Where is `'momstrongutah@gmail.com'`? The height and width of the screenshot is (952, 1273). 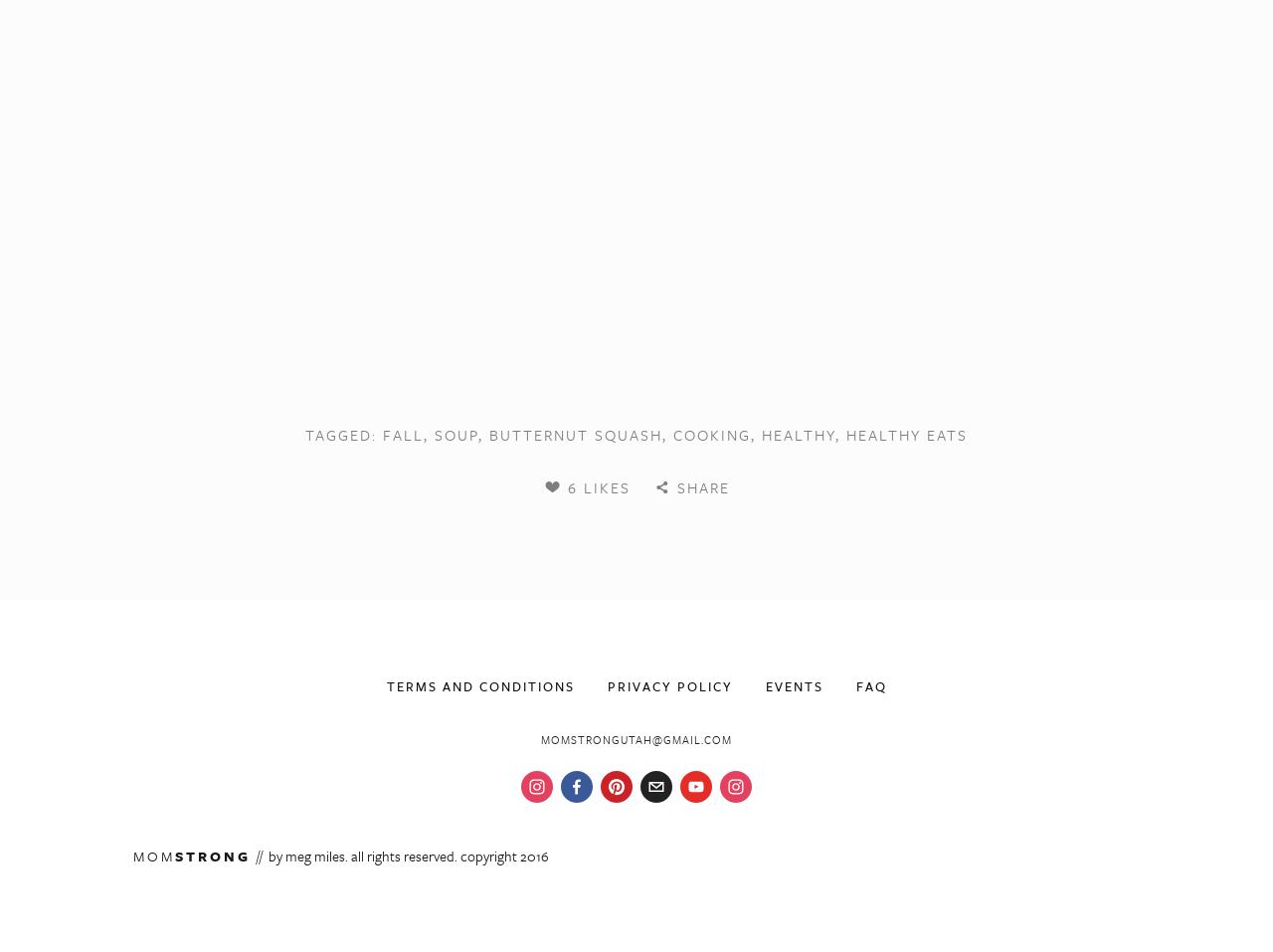 'momstrongutah@gmail.com' is located at coordinates (636, 738).